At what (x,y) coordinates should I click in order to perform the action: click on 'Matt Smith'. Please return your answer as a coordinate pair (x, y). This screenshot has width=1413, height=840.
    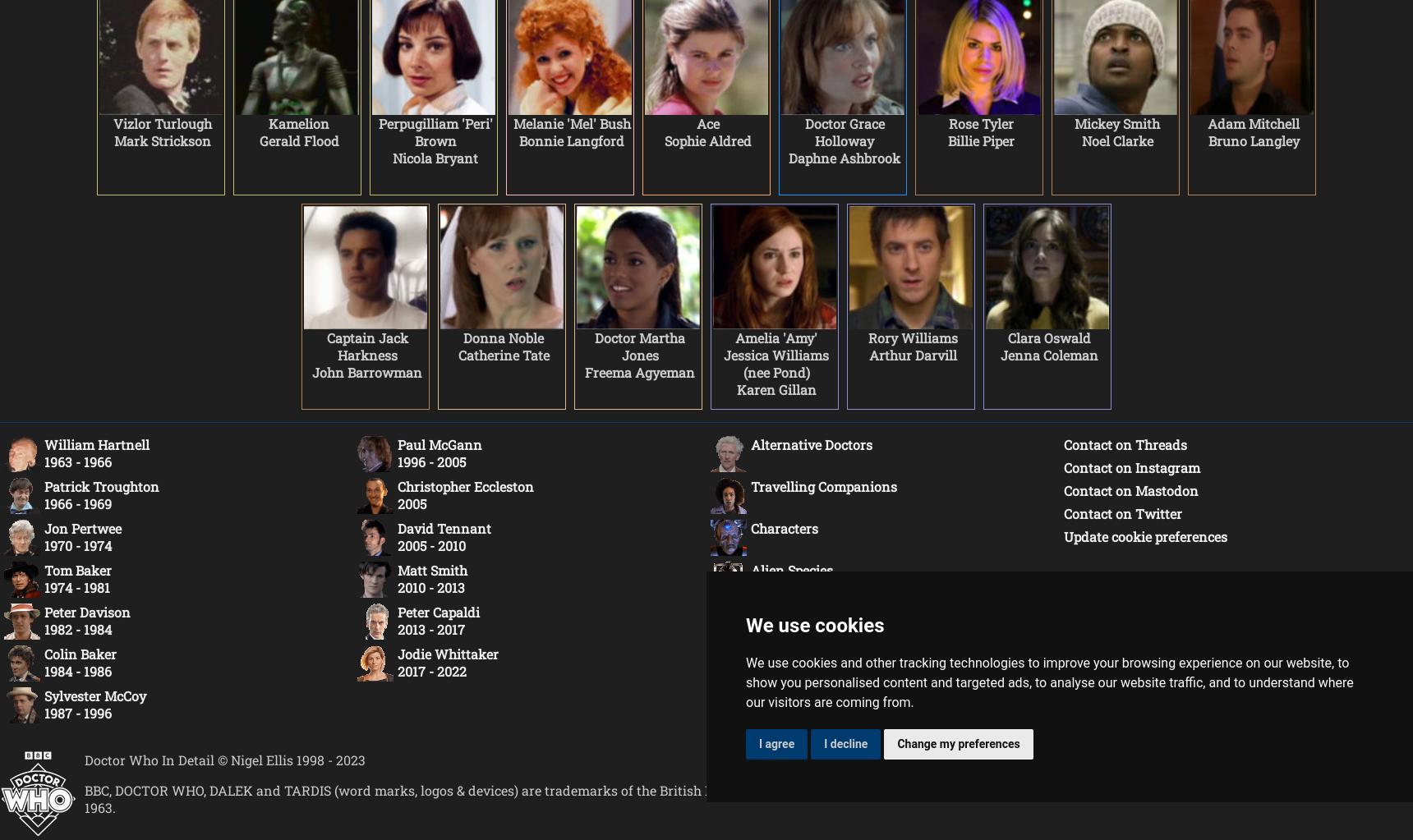
    Looking at the image, I should click on (432, 569).